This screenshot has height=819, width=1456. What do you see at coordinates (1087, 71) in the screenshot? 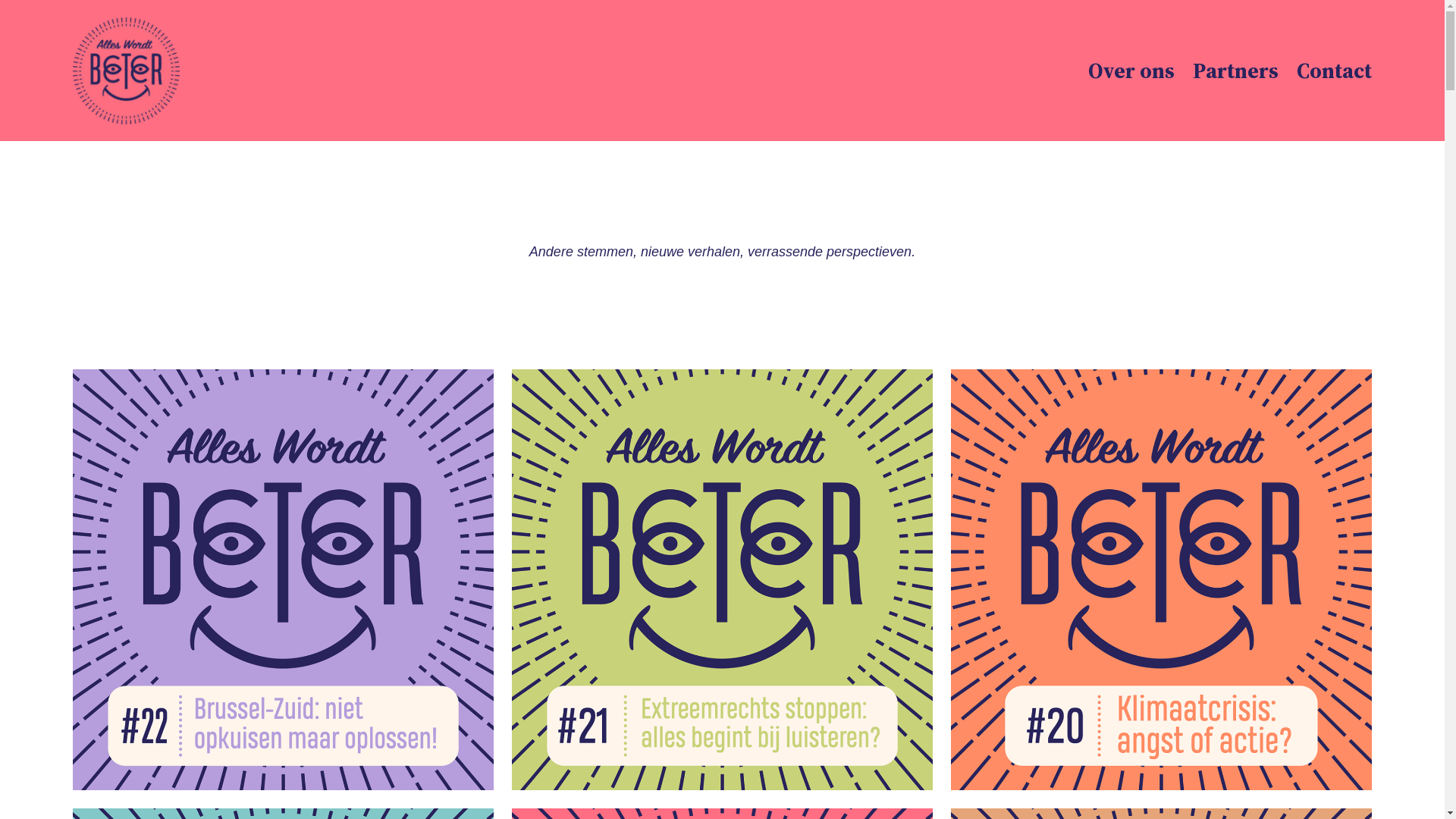
I see `'Over ons'` at bounding box center [1087, 71].